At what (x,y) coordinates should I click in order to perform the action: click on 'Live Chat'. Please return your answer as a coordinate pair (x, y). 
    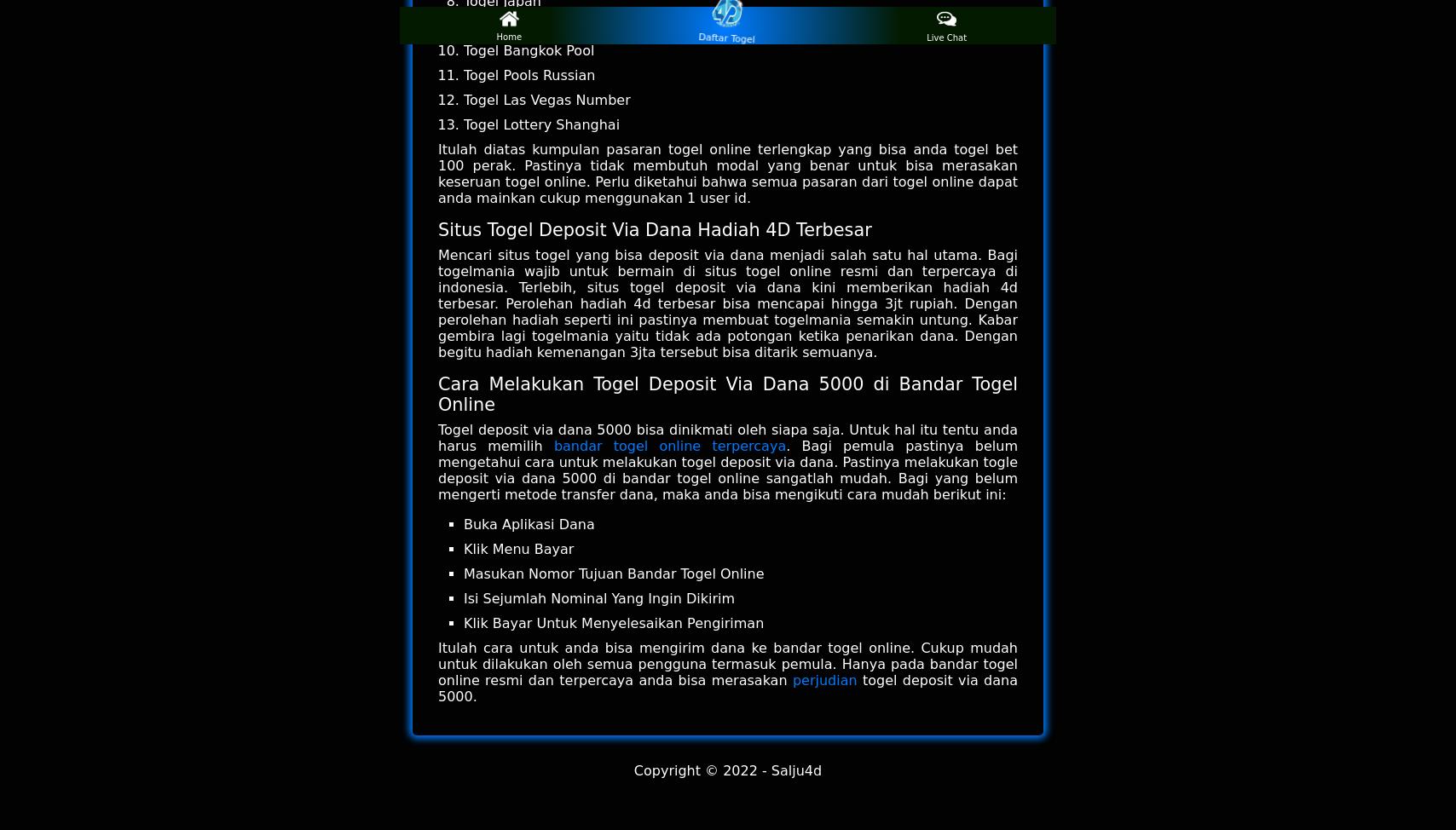
    Looking at the image, I should click on (946, 37).